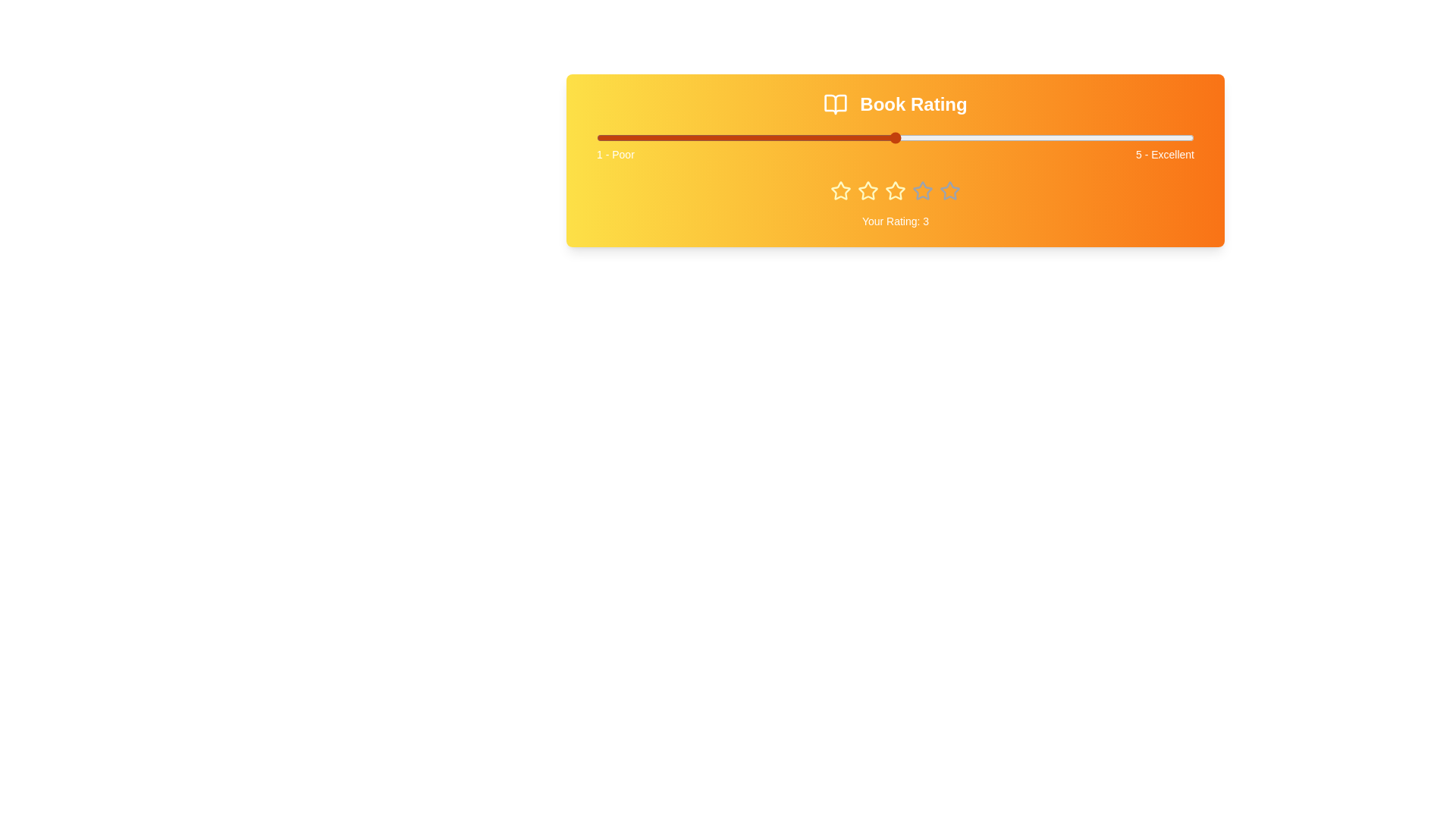 This screenshot has width=1456, height=819. What do you see at coordinates (839, 190) in the screenshot?
I see `the third star icon` at bounding box center [839, 190].